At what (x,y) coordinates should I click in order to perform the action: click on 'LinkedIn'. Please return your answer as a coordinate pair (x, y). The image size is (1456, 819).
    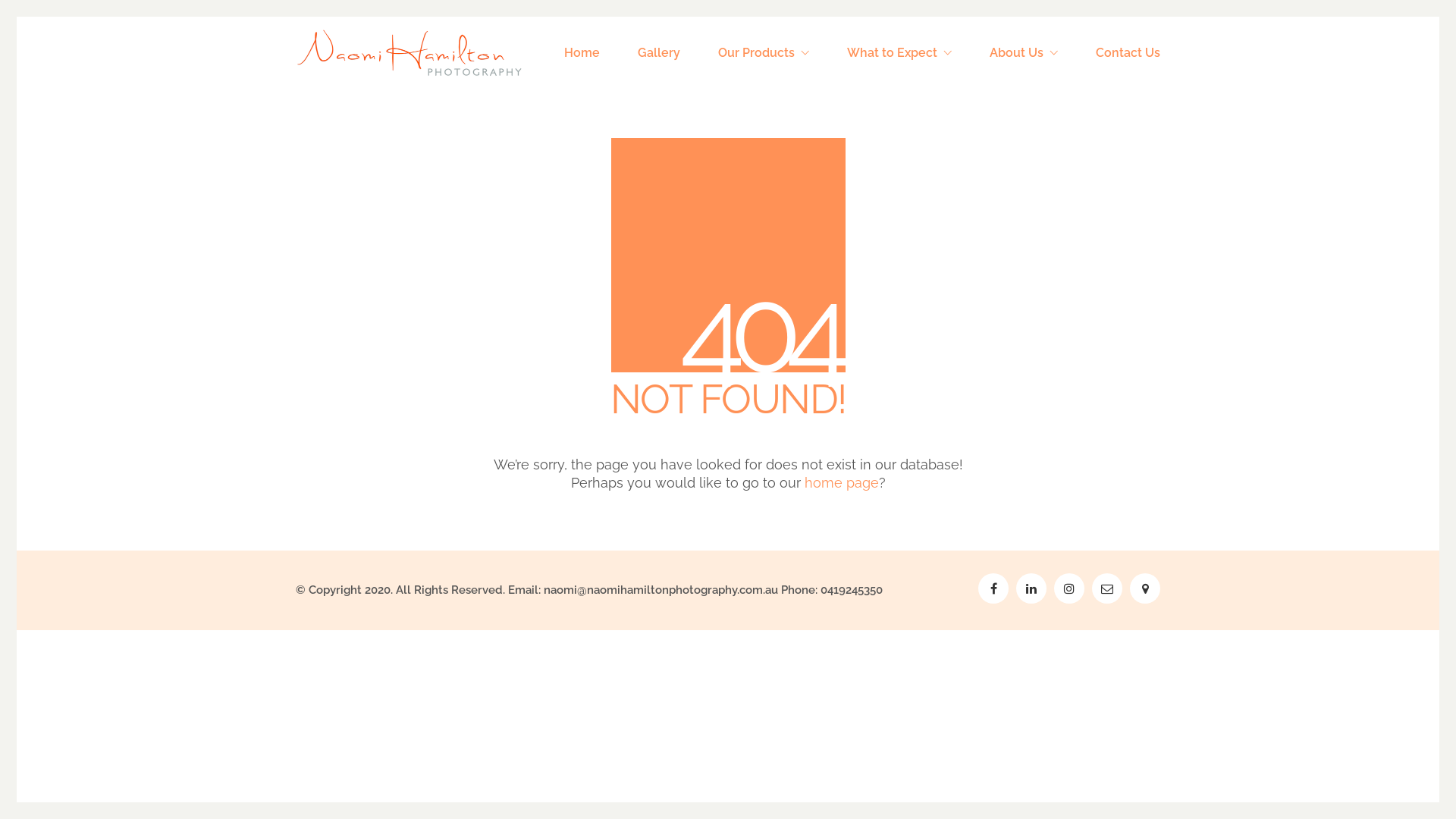
    Looking at the image, I should click on (1031, 587).